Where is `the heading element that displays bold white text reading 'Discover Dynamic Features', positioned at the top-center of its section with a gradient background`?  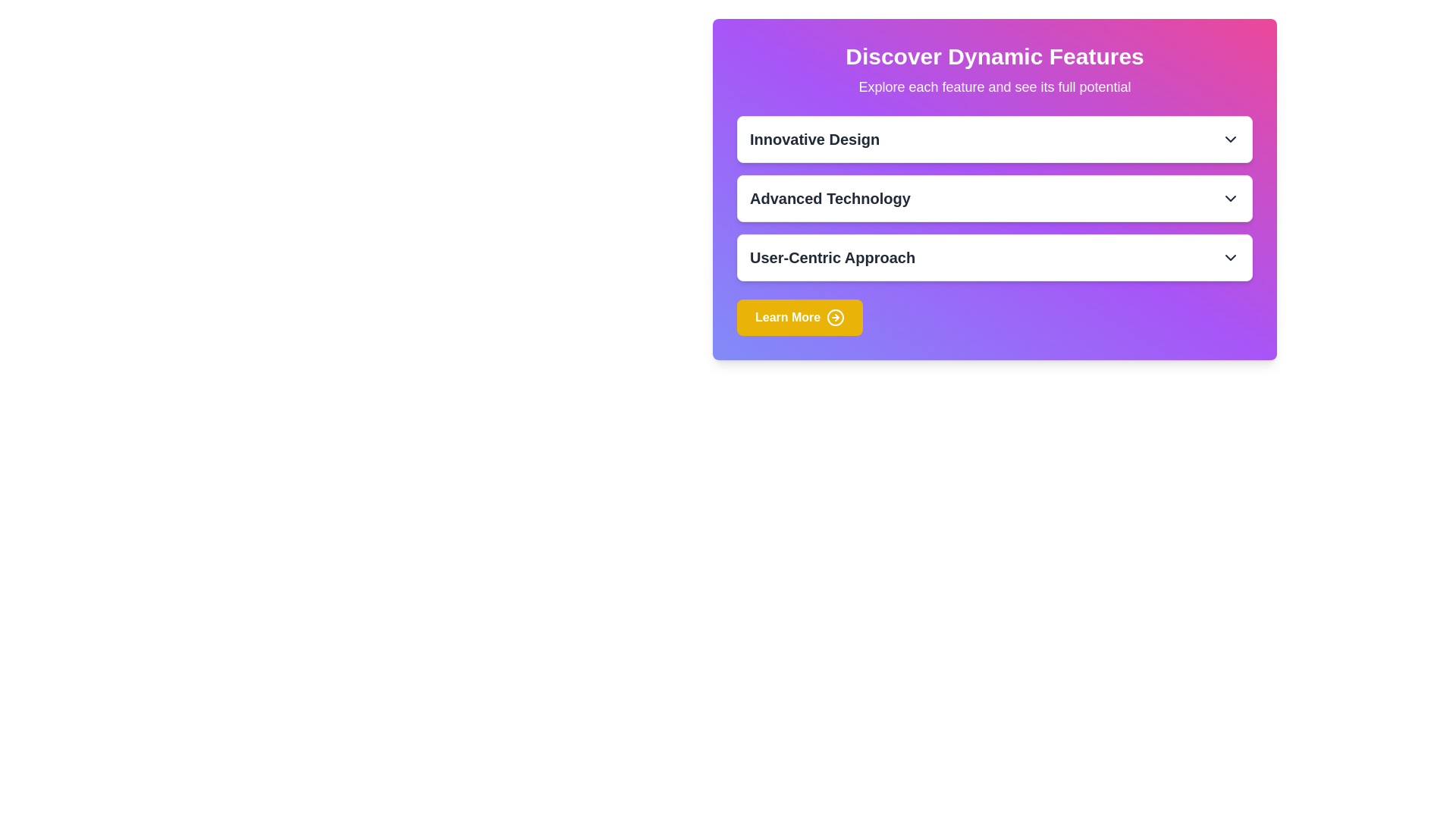 the heading element that displays bold white text reading 'Discover Dynamic Features', positioned at the top-center of its section with a gradient background is located at coordinates (994, 55).